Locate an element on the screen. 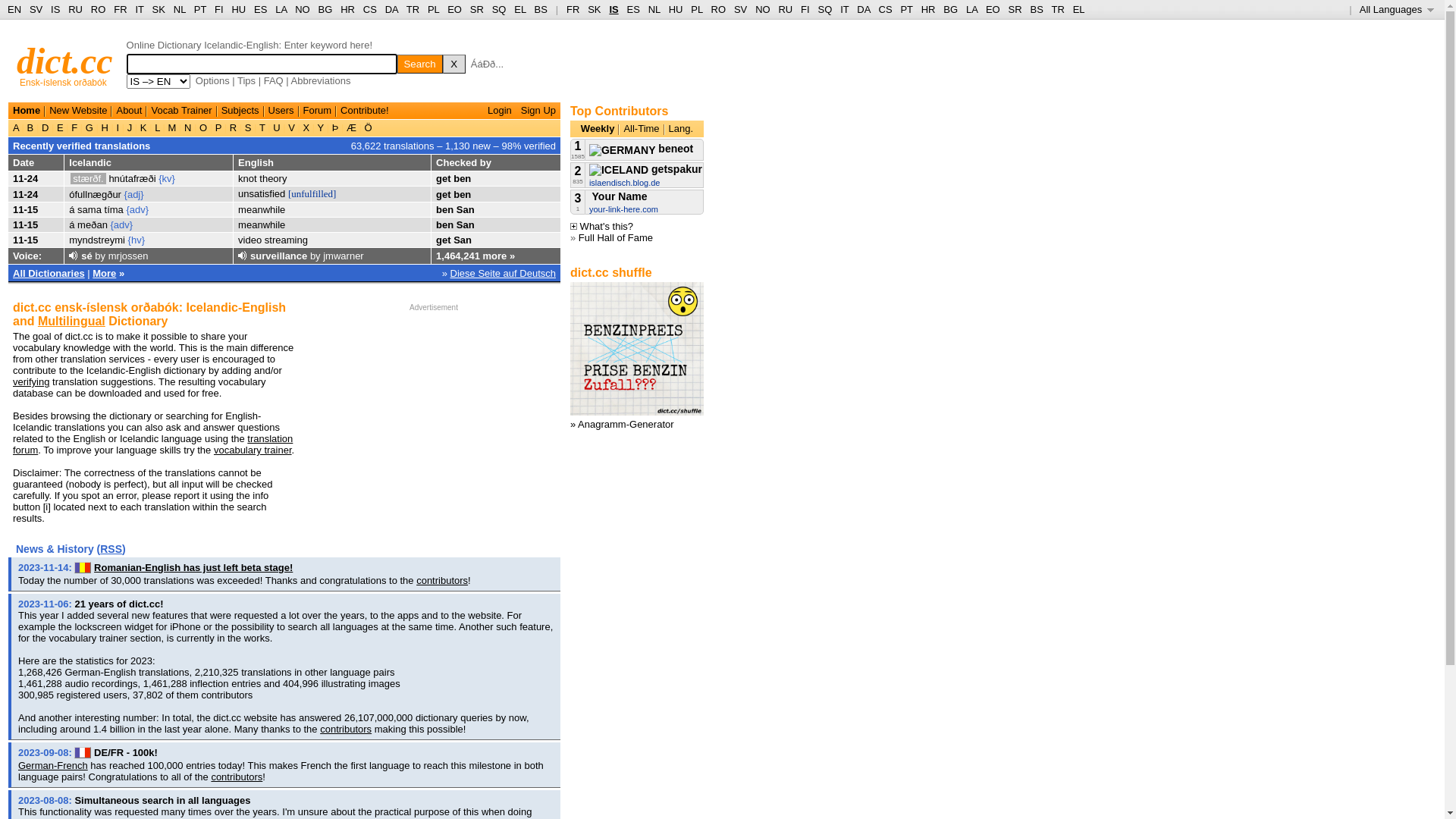 This screenshot has width=1456, height=819. 'EN' is located at coordinates (14, 9).